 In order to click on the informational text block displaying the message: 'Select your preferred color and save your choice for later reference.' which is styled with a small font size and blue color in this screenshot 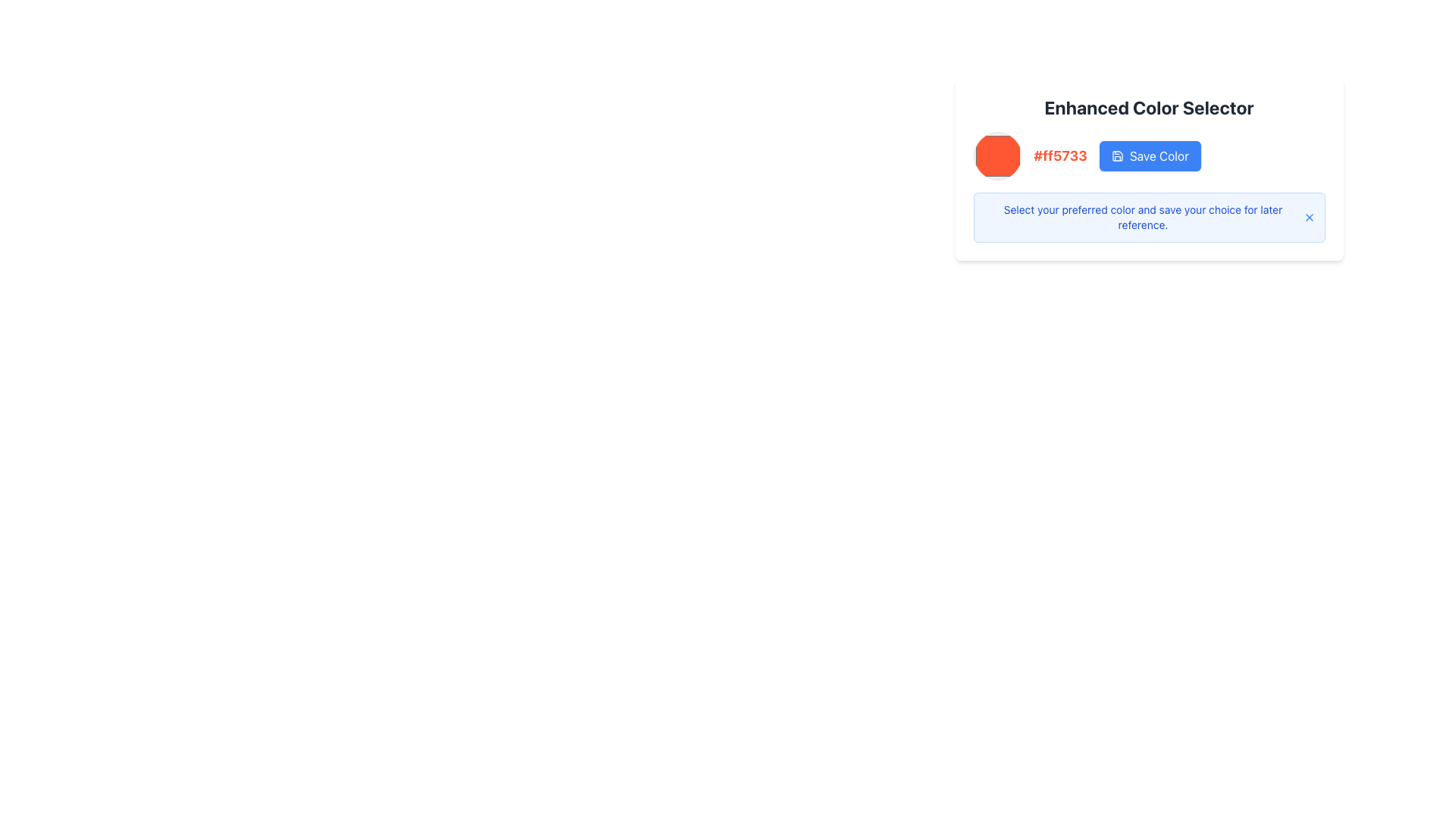, I will do `click(1143, 217)`.